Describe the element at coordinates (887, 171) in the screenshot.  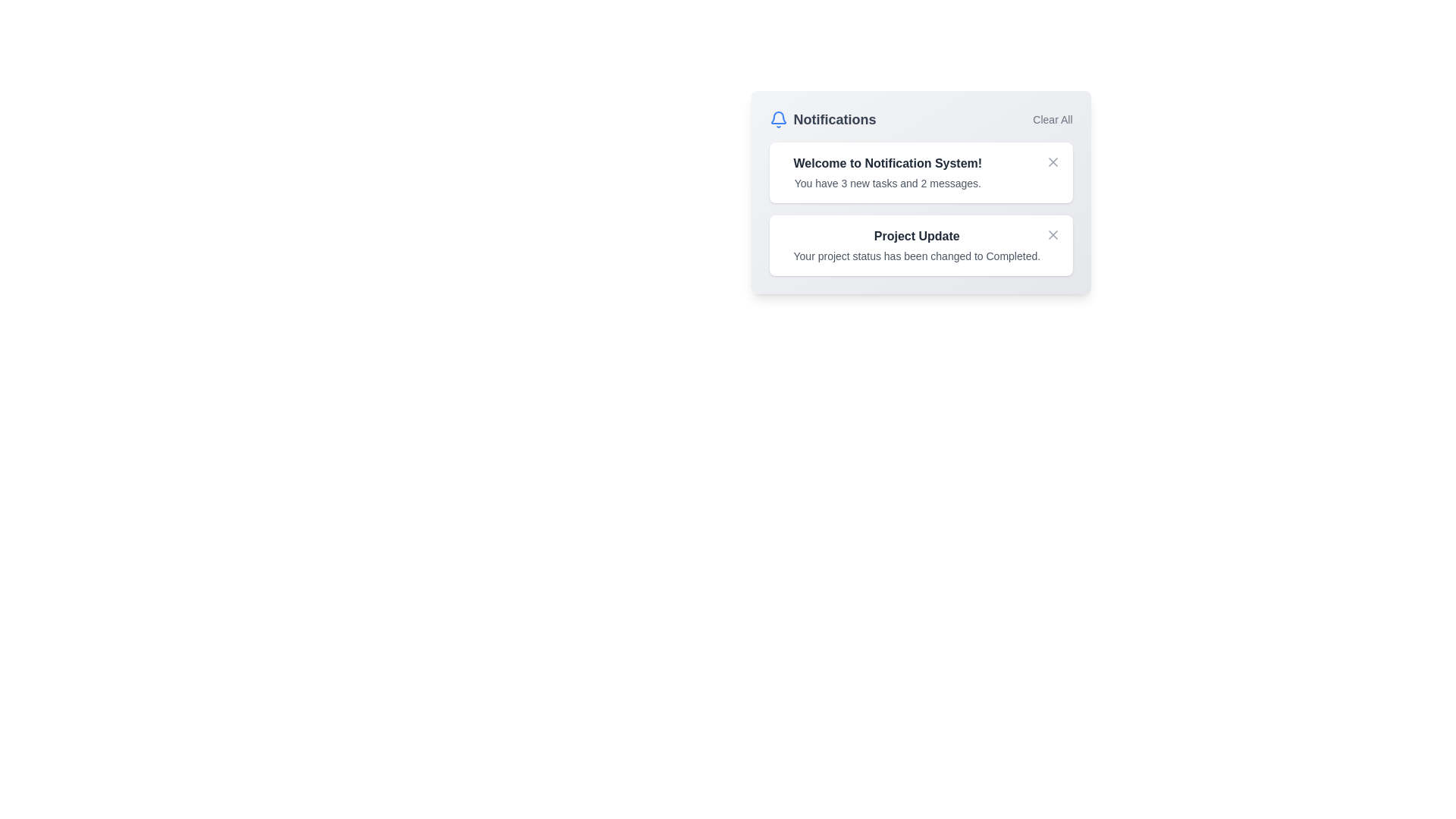
I see `the informational text display that shows the greeting message 'Welcome to Notification System!' and the supporting text about new tasks and messages` at that location.